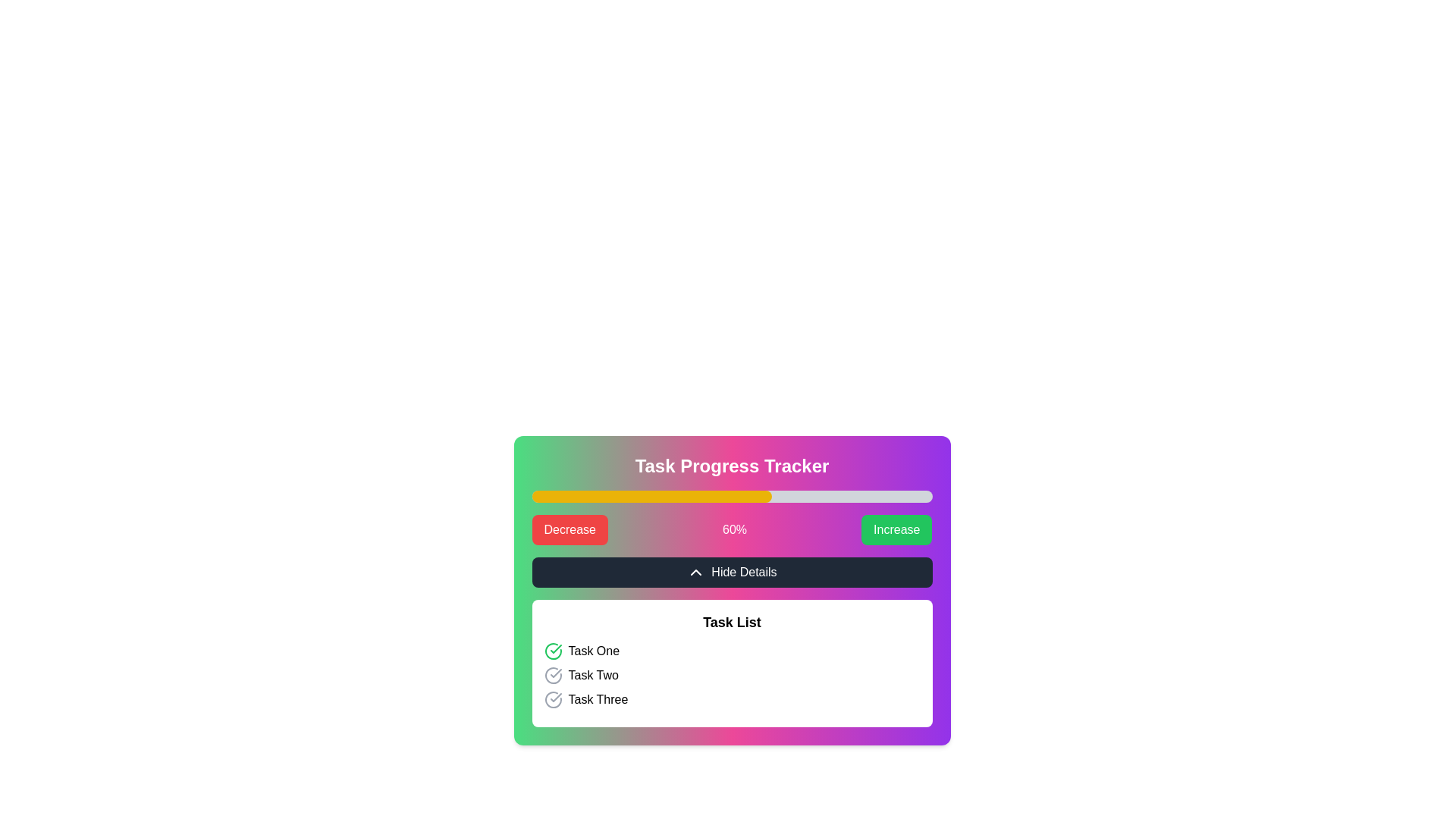 The height and width of the screenshot is (819, 1456). What do you see at coordinates (732, 590) in the screenshot?
I see `the 'Hide Details' button within the 'Task Progress Tracker' composite widget` at bounding box center [732, 590].